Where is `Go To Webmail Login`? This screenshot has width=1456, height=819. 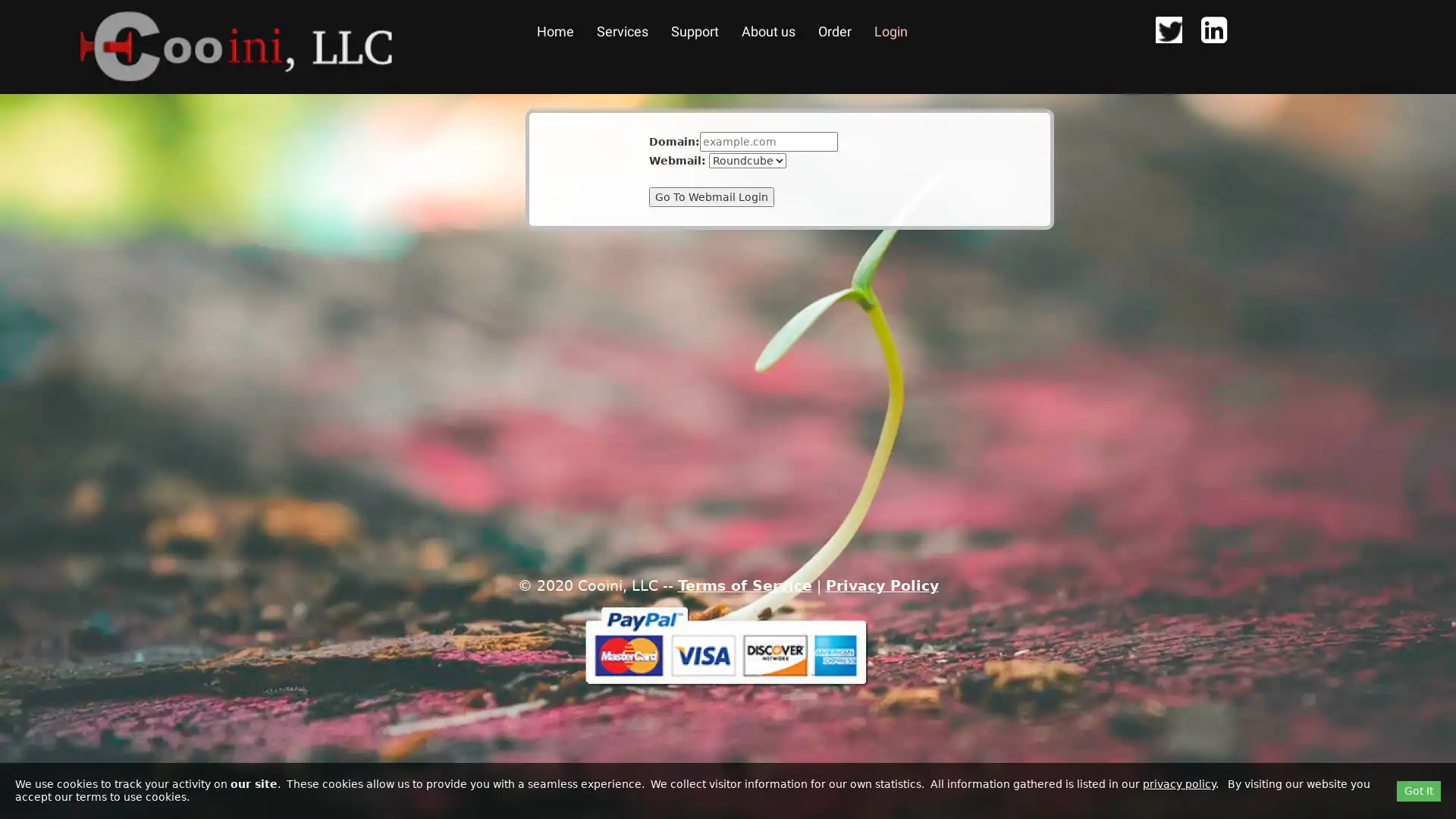
Go To Webmail Login is located at coordinates (711, 196).